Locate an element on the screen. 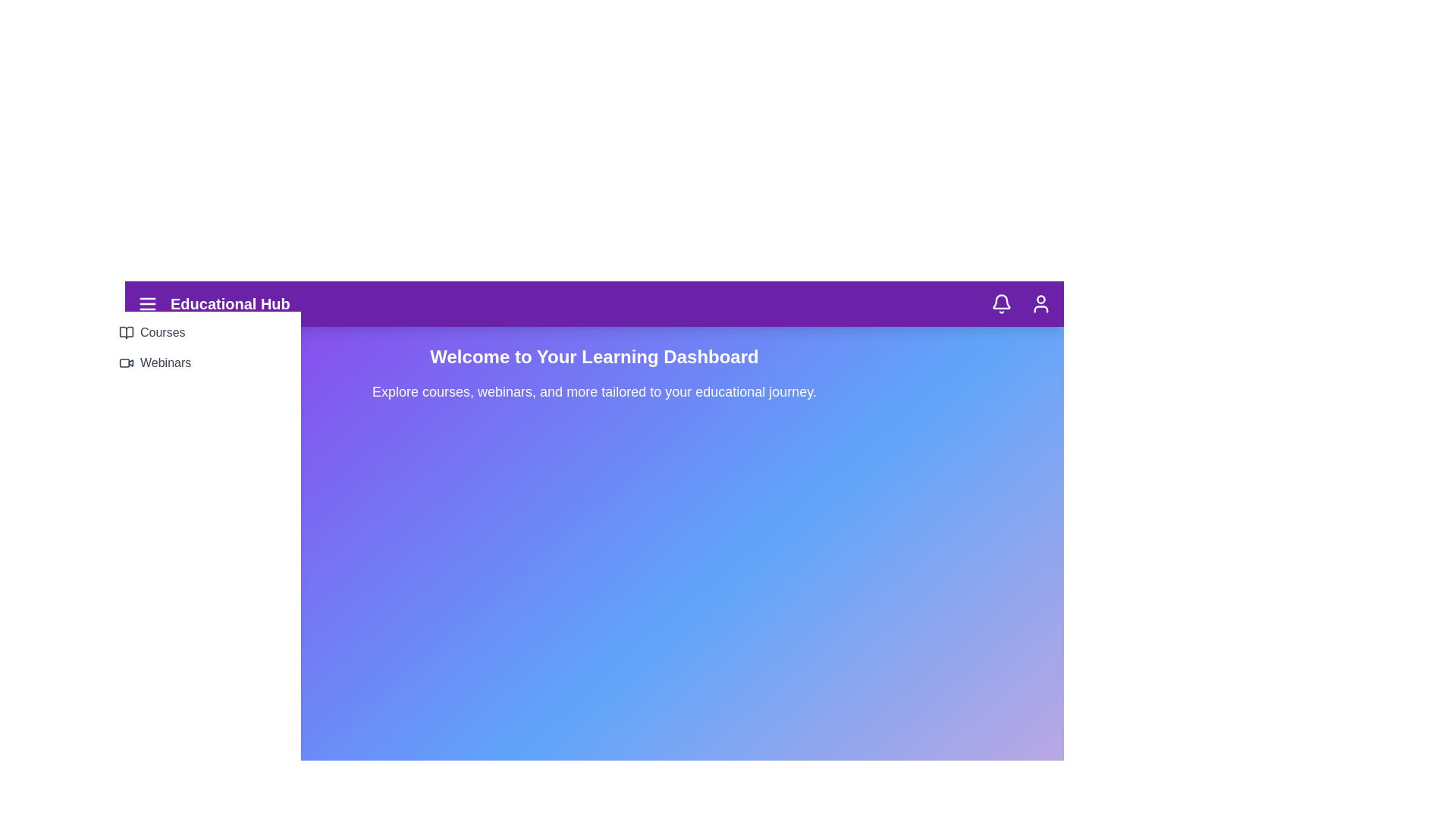 The width and height of the screenshot is (1456, 819). the user profile icon located in the top-right corner of the navbar is located at coordinates (1040, 304).